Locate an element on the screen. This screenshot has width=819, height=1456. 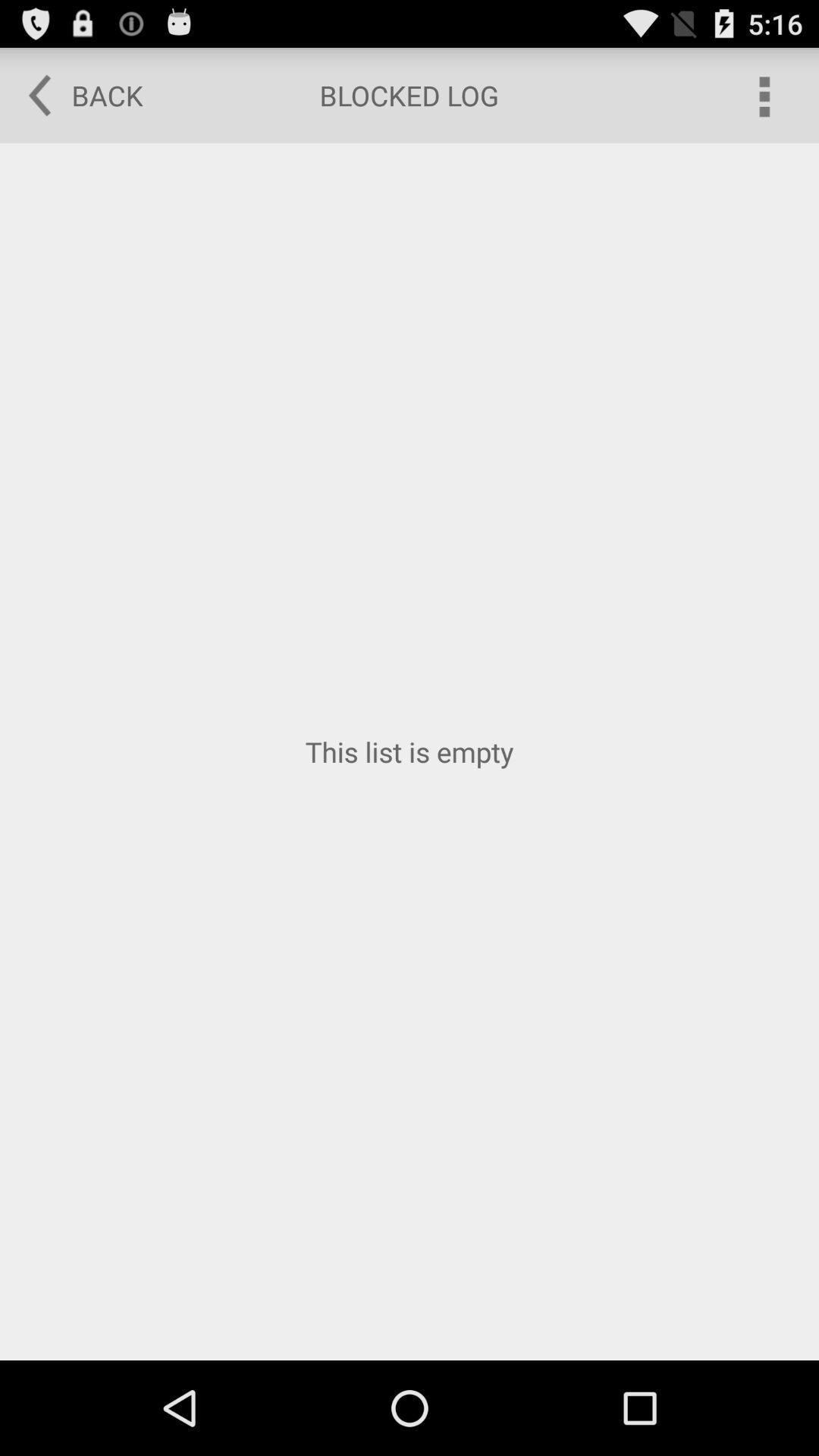
app above the this list is item is located at coordinates (763, 94).